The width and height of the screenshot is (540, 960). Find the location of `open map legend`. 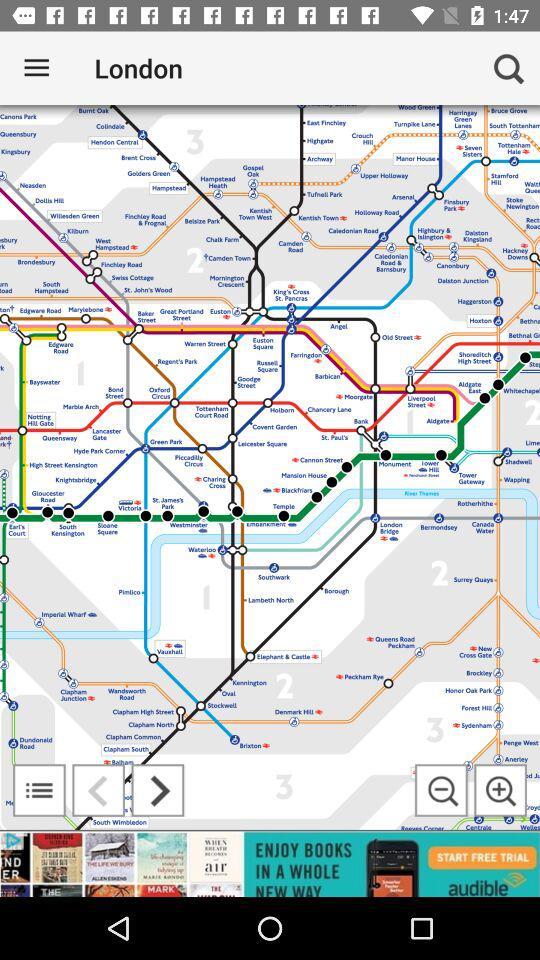

open map legend is located at coordinates (39, 790).